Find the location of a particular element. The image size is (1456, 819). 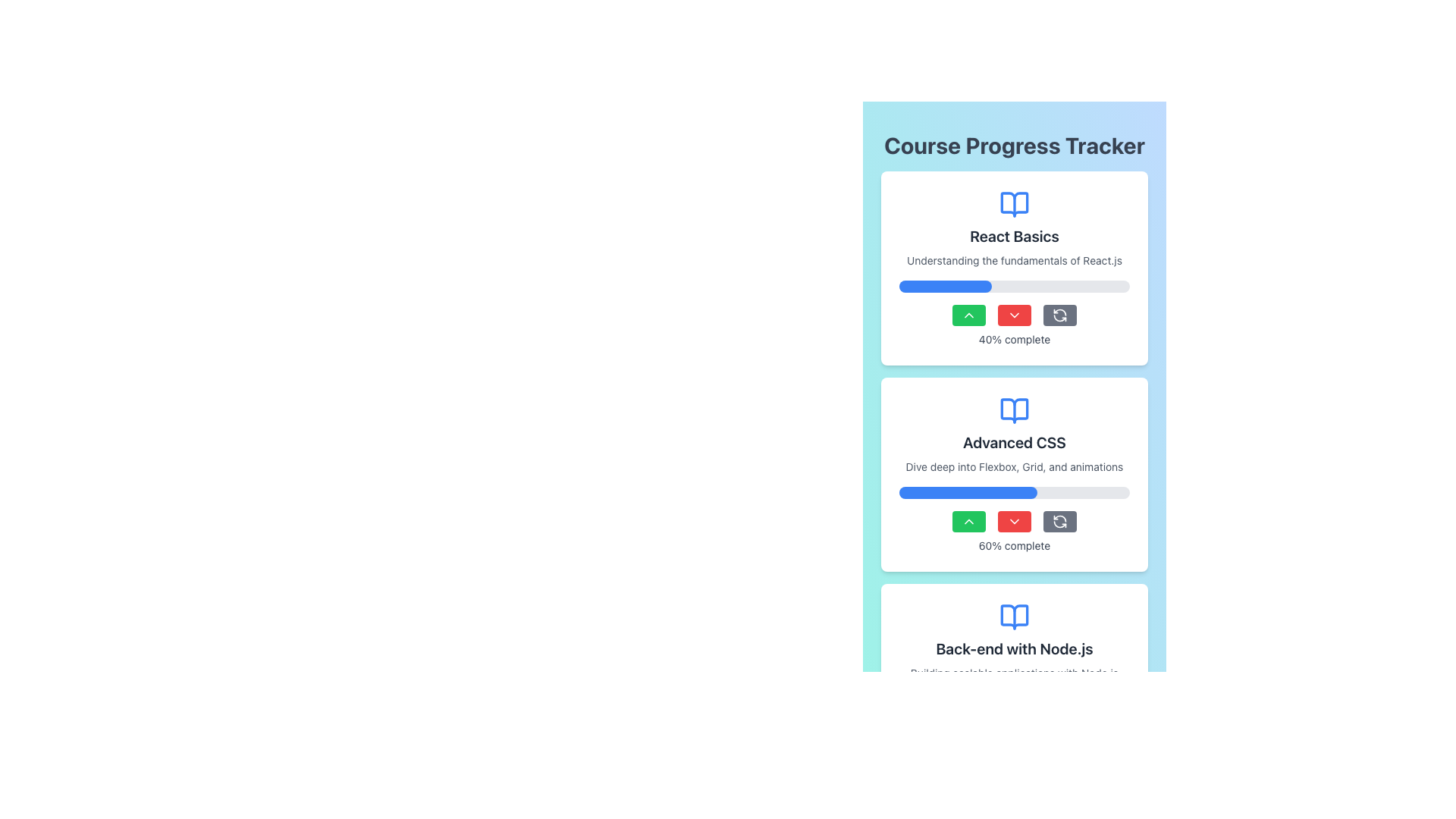

the text label displaying the completion percentage of the 'Advanced CSS' learning module, located at the bottom of the progress card is located at coordinates (1015, 546).